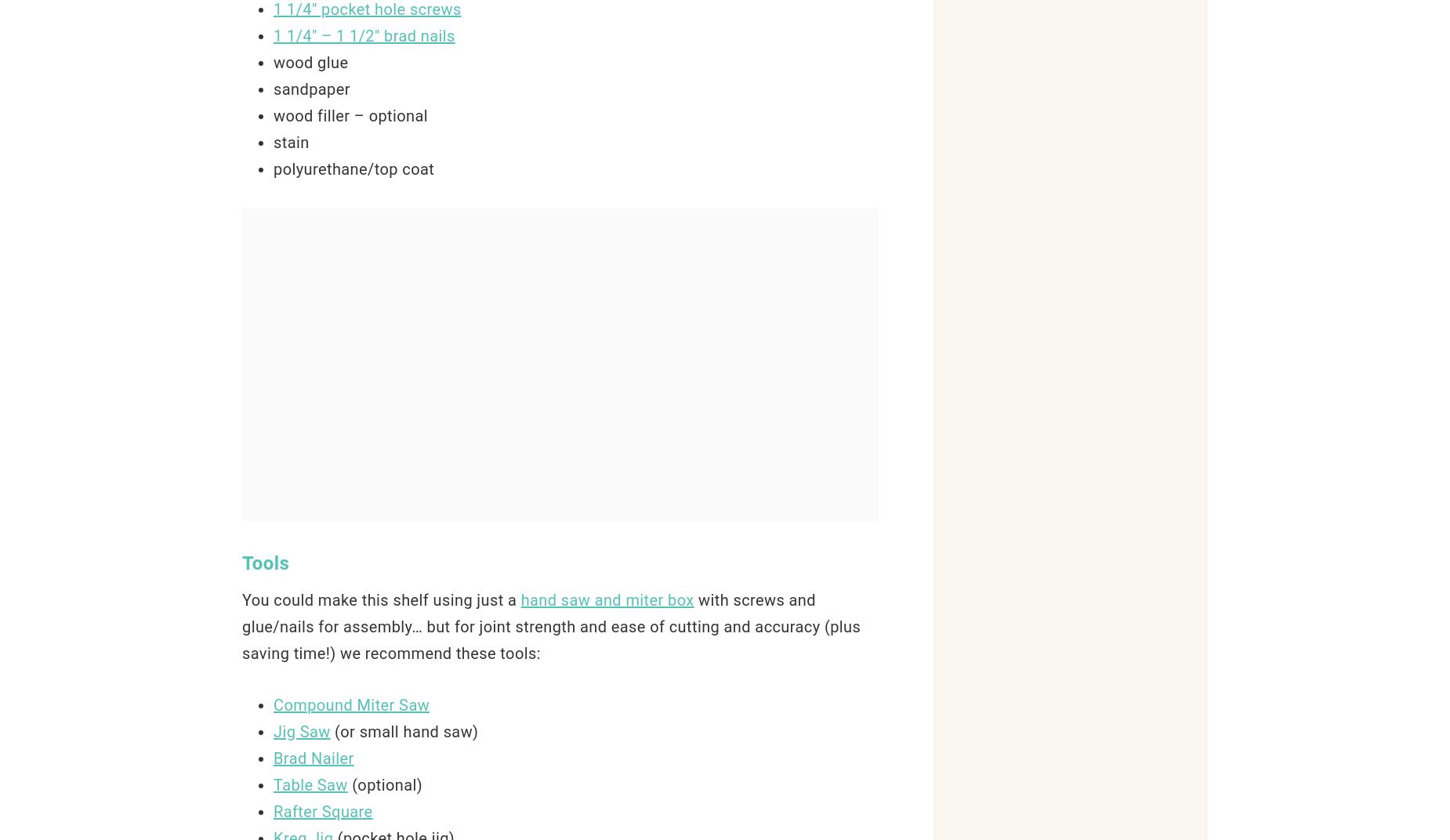  I want to click on '(optional)', so click(384, 784).